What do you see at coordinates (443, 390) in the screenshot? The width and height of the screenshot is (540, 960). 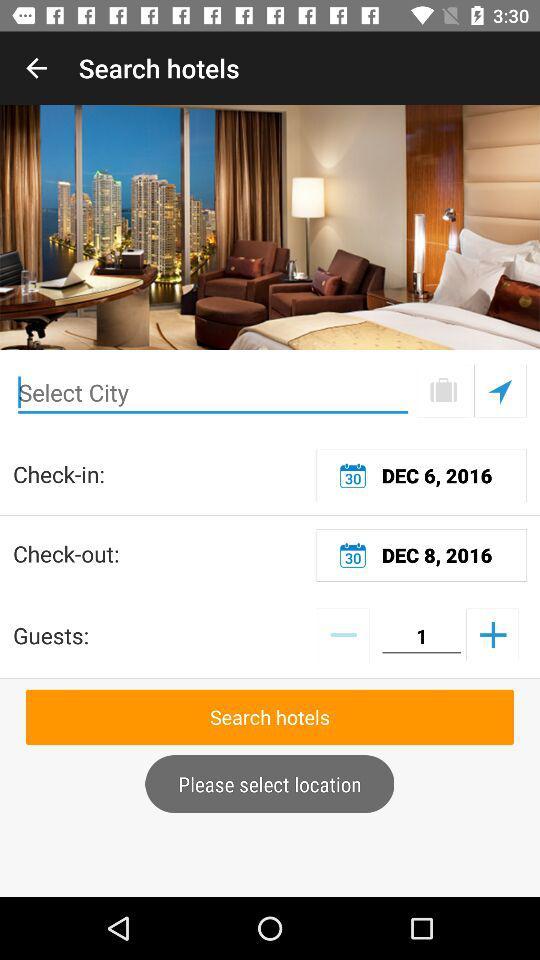 I see `page` at bounding box center [443, 390].